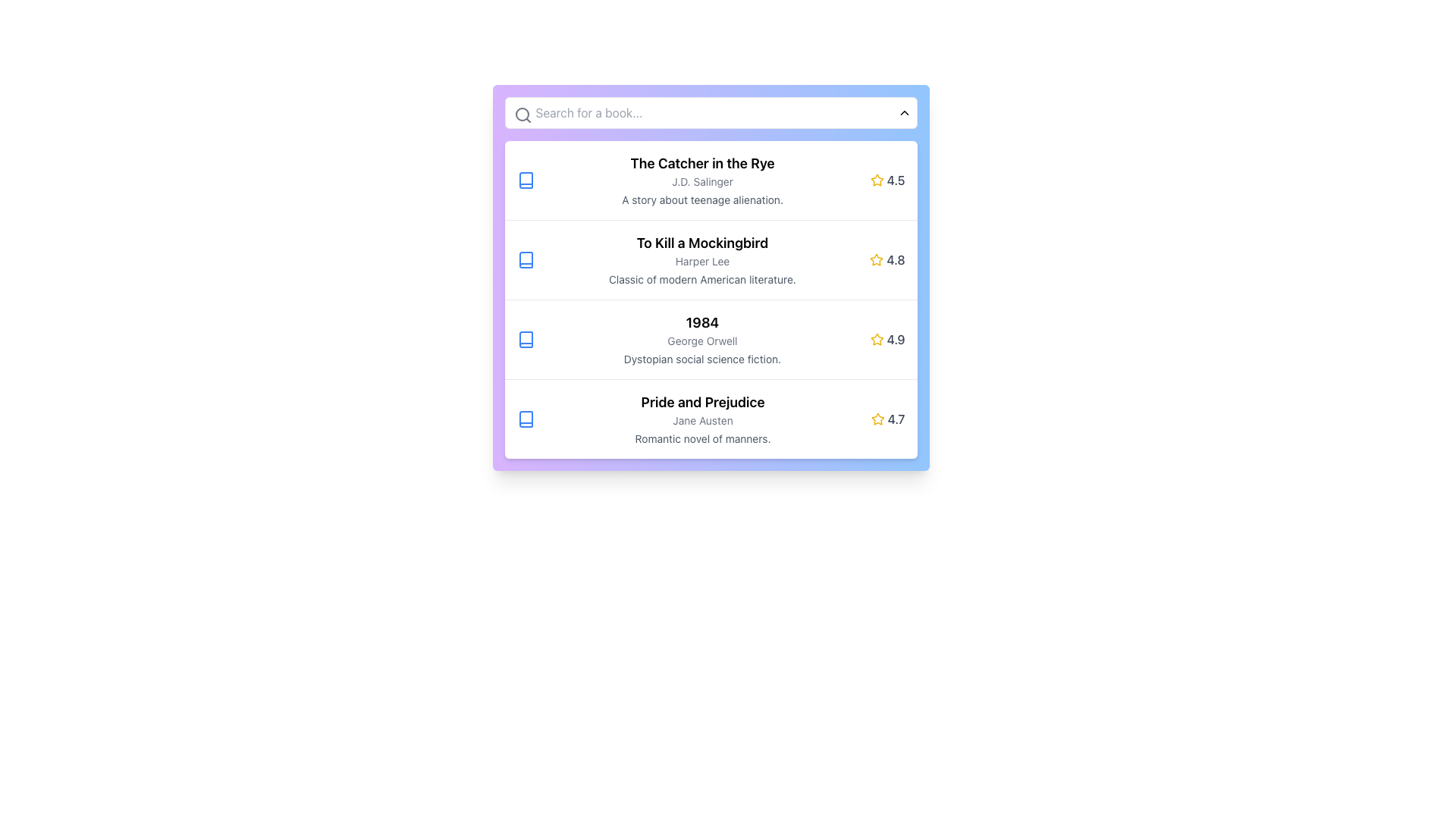  I want to click on the Rating Display for 'The Catcher in the Rye', so click(887, 180).